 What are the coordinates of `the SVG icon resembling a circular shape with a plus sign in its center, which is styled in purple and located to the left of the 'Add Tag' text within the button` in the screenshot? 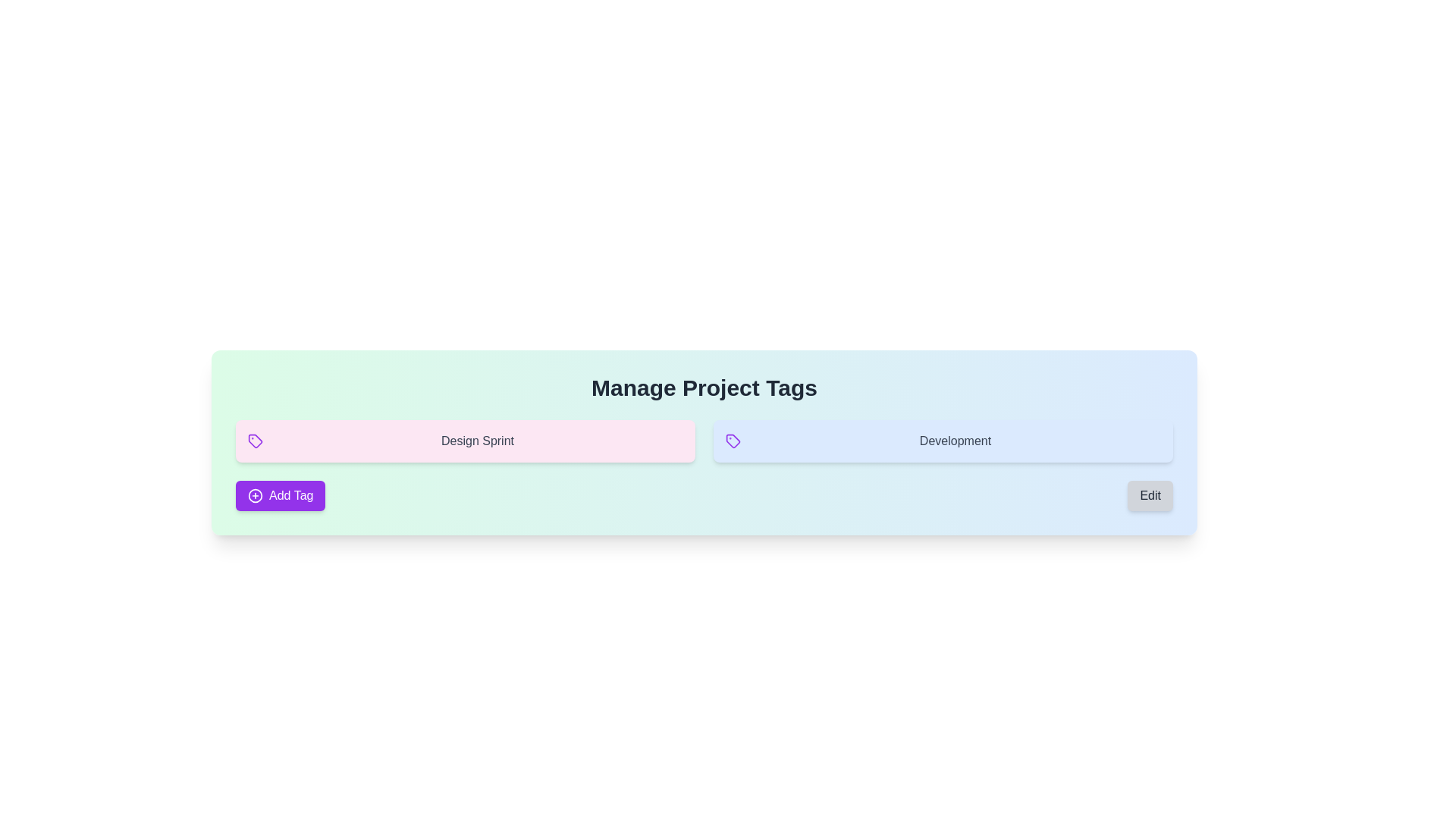 It's located at (255, 496).